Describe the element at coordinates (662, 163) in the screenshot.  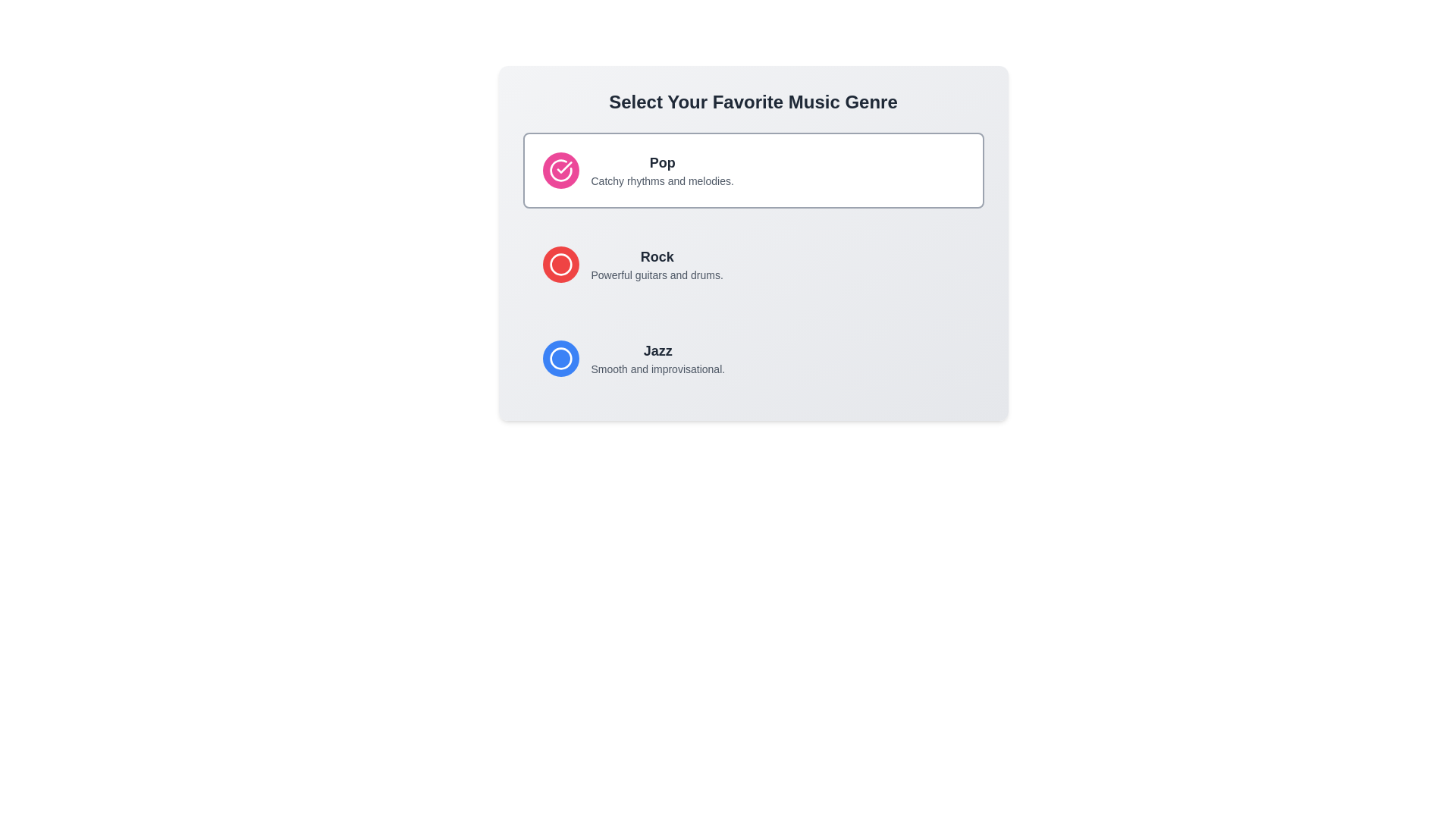
I see `the prominent text label displaying 'Pop', which is bold and large, located above the descriptive text 'Catchy rhythms and melodies'` at that location.